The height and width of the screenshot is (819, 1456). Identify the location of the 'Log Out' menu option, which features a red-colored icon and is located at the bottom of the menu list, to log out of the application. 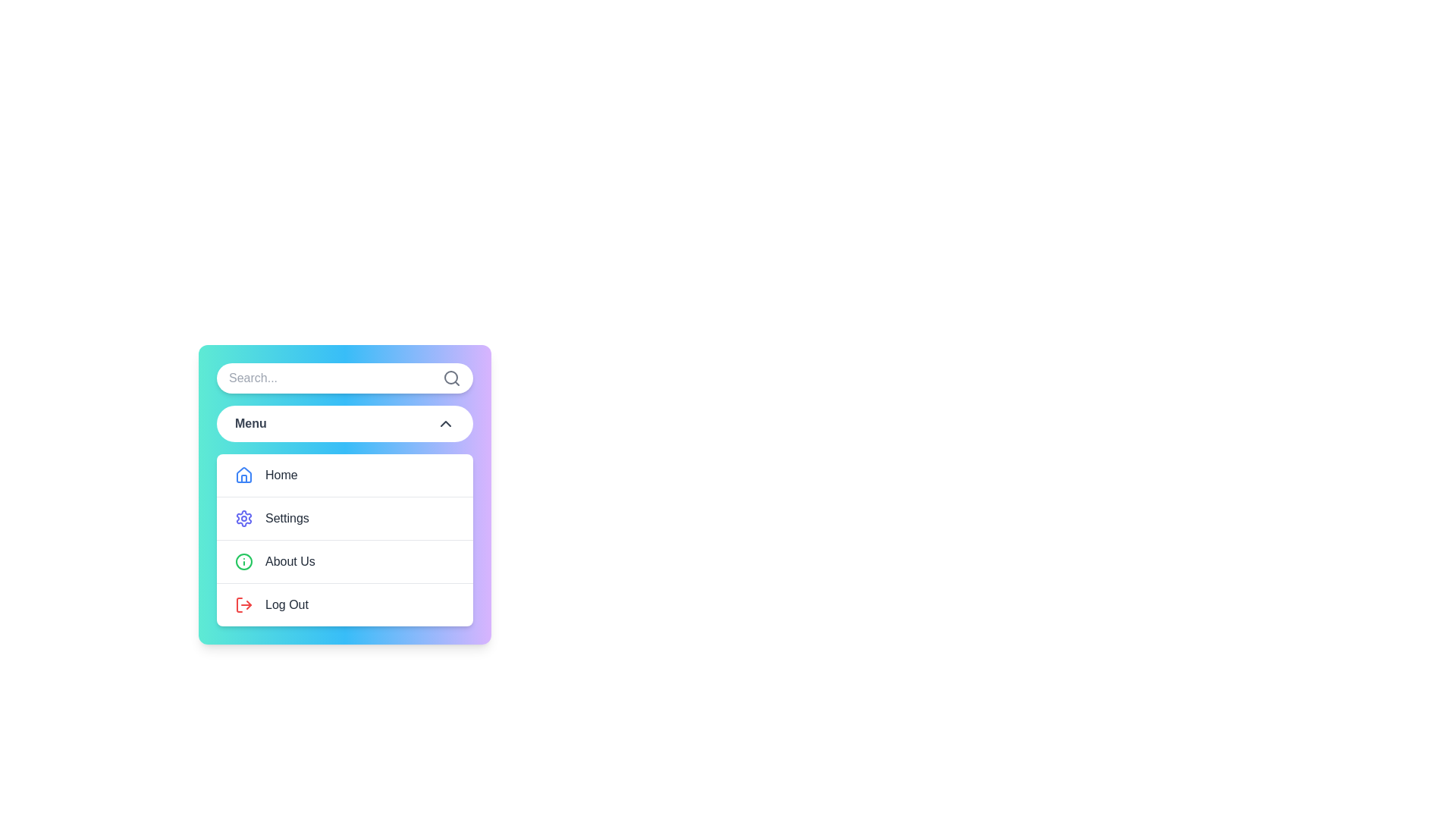
(344, 604).